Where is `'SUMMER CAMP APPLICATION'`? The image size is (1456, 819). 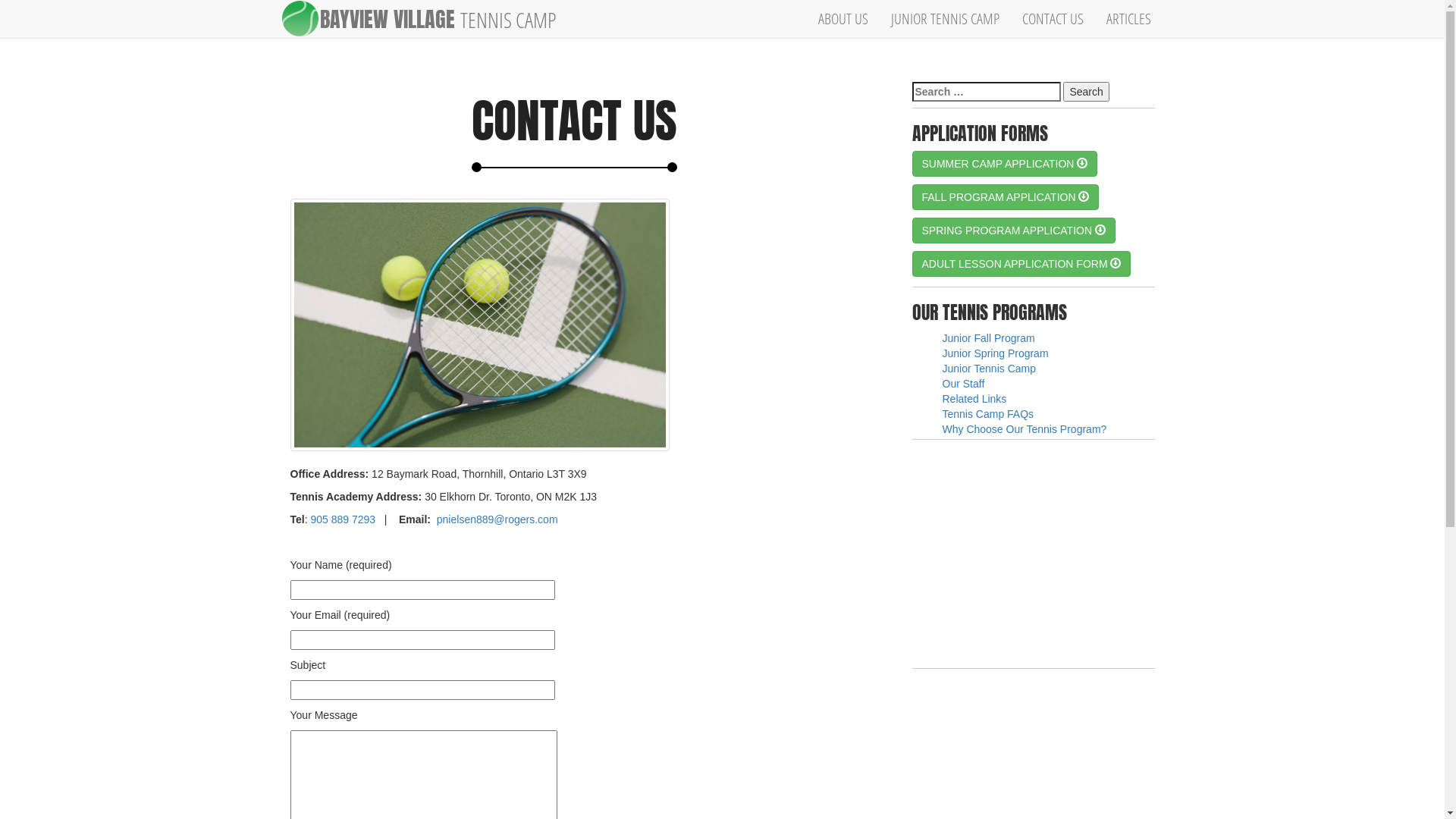
'SUMMER CAMP APPLICATION' is located at coordinates (1004, 164).